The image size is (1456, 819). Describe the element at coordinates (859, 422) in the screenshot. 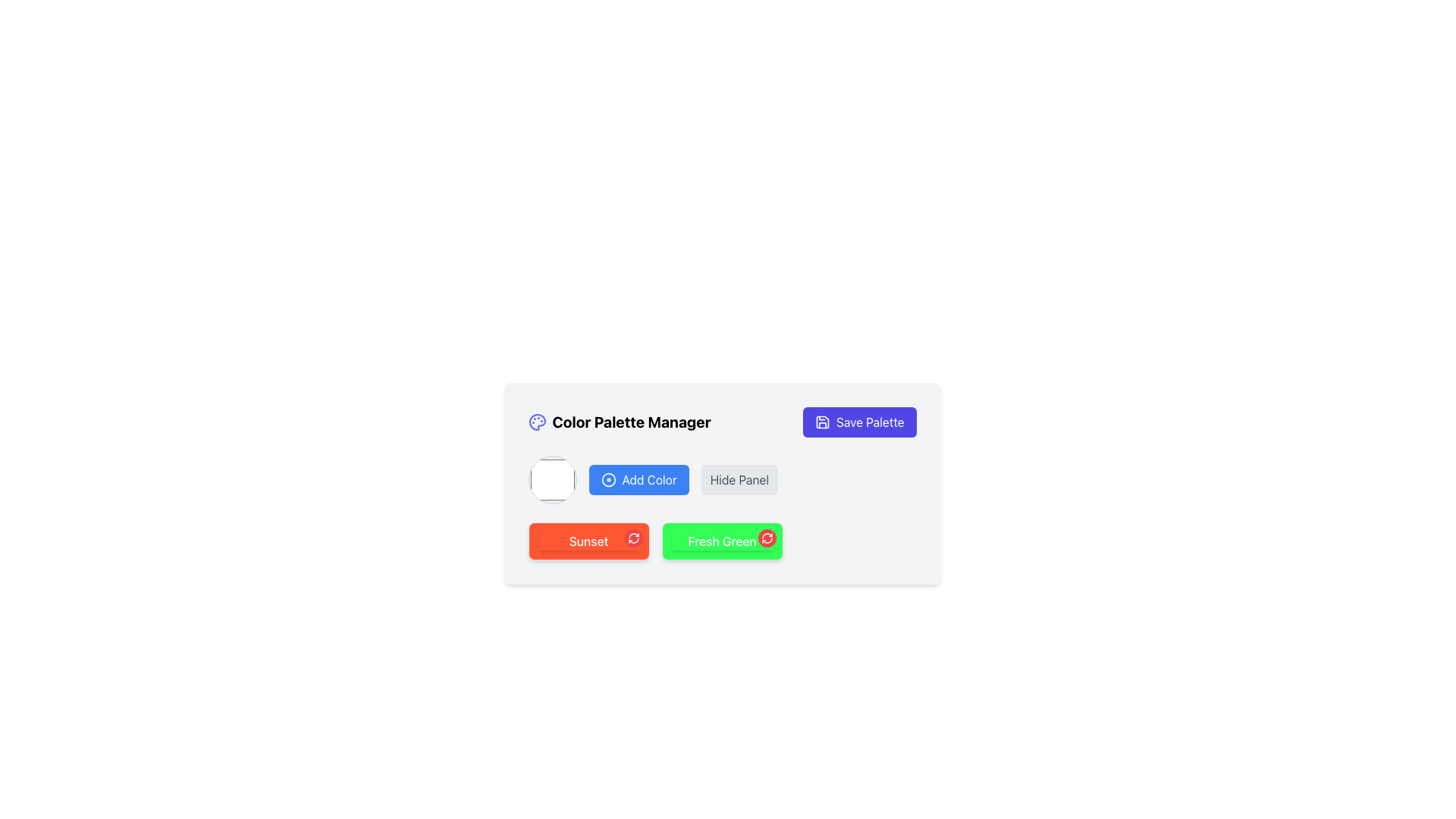

I see `the 'Save Palette' button with a strong indigo background and white text located at the top-right corner of the 'Color Palette Manager' dialogue box to activate its hover effect` at that location.